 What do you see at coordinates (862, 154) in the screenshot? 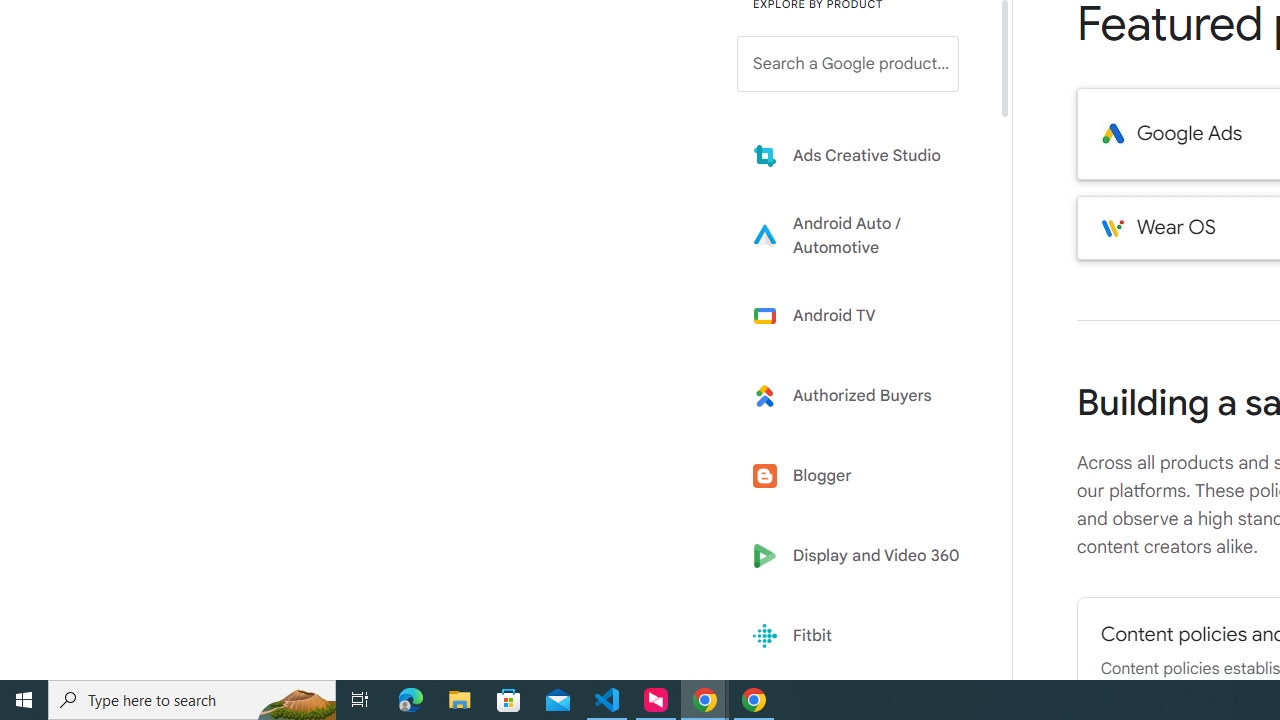
I see `'Learn more about Ads Creative Studio'` at bounding box center [862, 154].